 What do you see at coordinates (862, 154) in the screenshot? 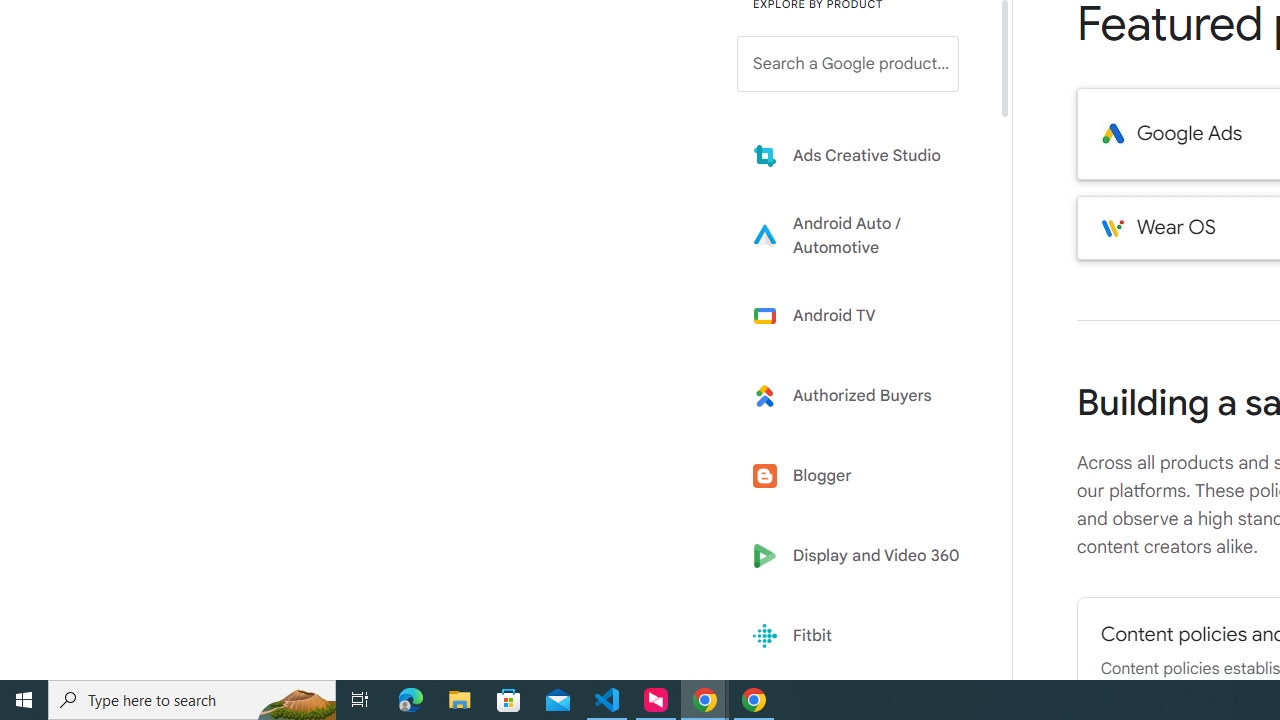
I see `'Learn more about Ads Creative Studio'` at bounding box center [862, 154].